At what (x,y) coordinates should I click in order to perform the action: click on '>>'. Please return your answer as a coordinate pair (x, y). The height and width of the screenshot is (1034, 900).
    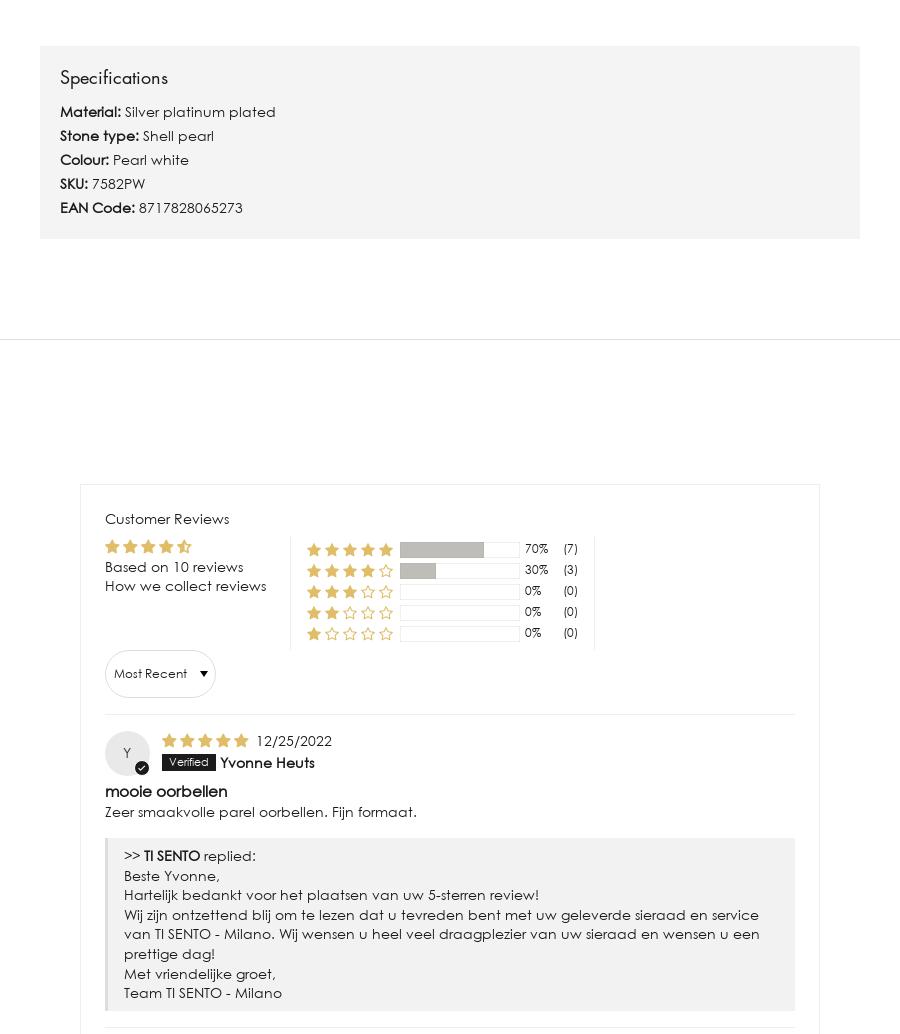
    Looking at the image, I should click on (134, 854).